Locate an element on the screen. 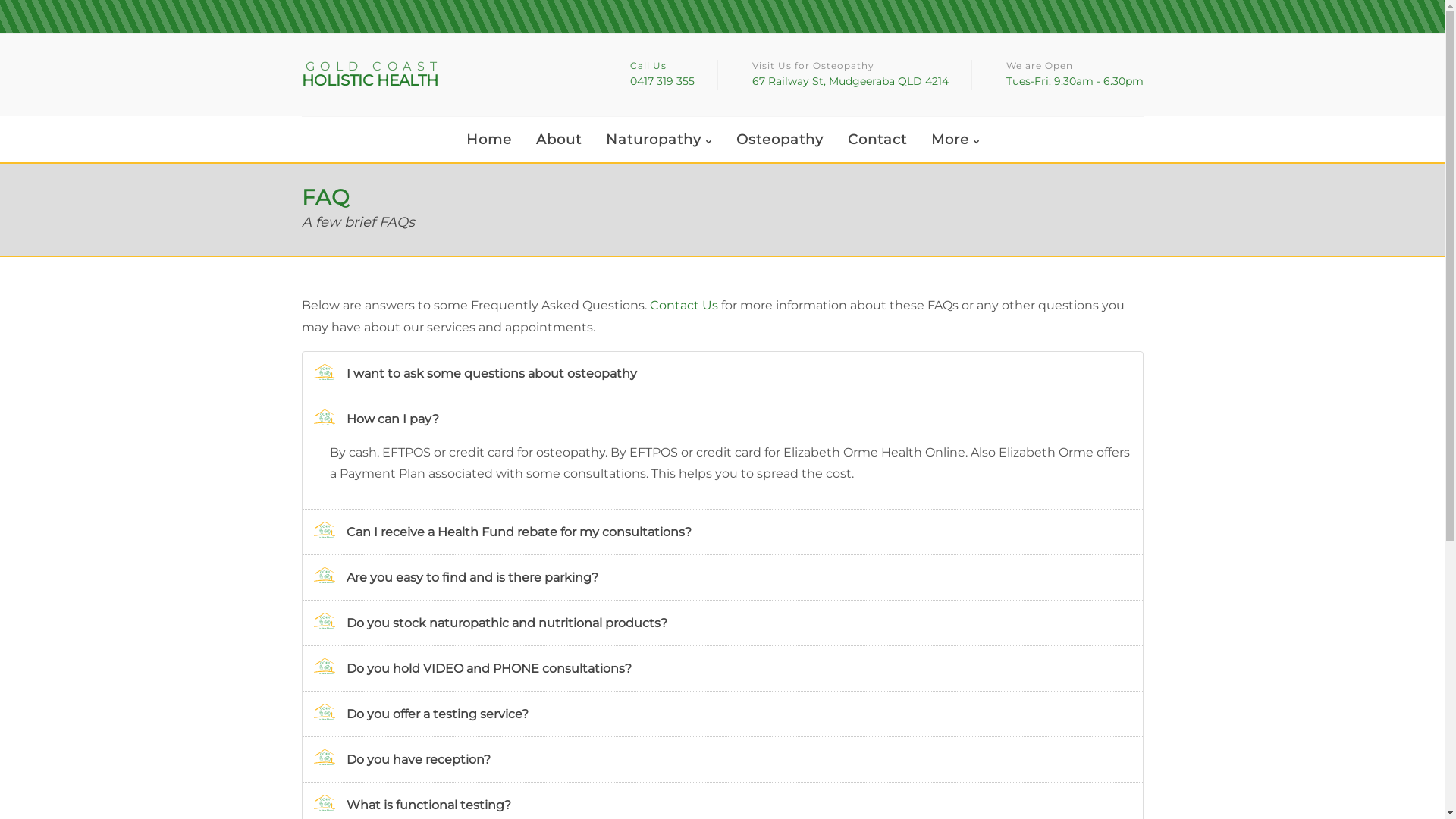  'More' is located at coordinates (954, 140).